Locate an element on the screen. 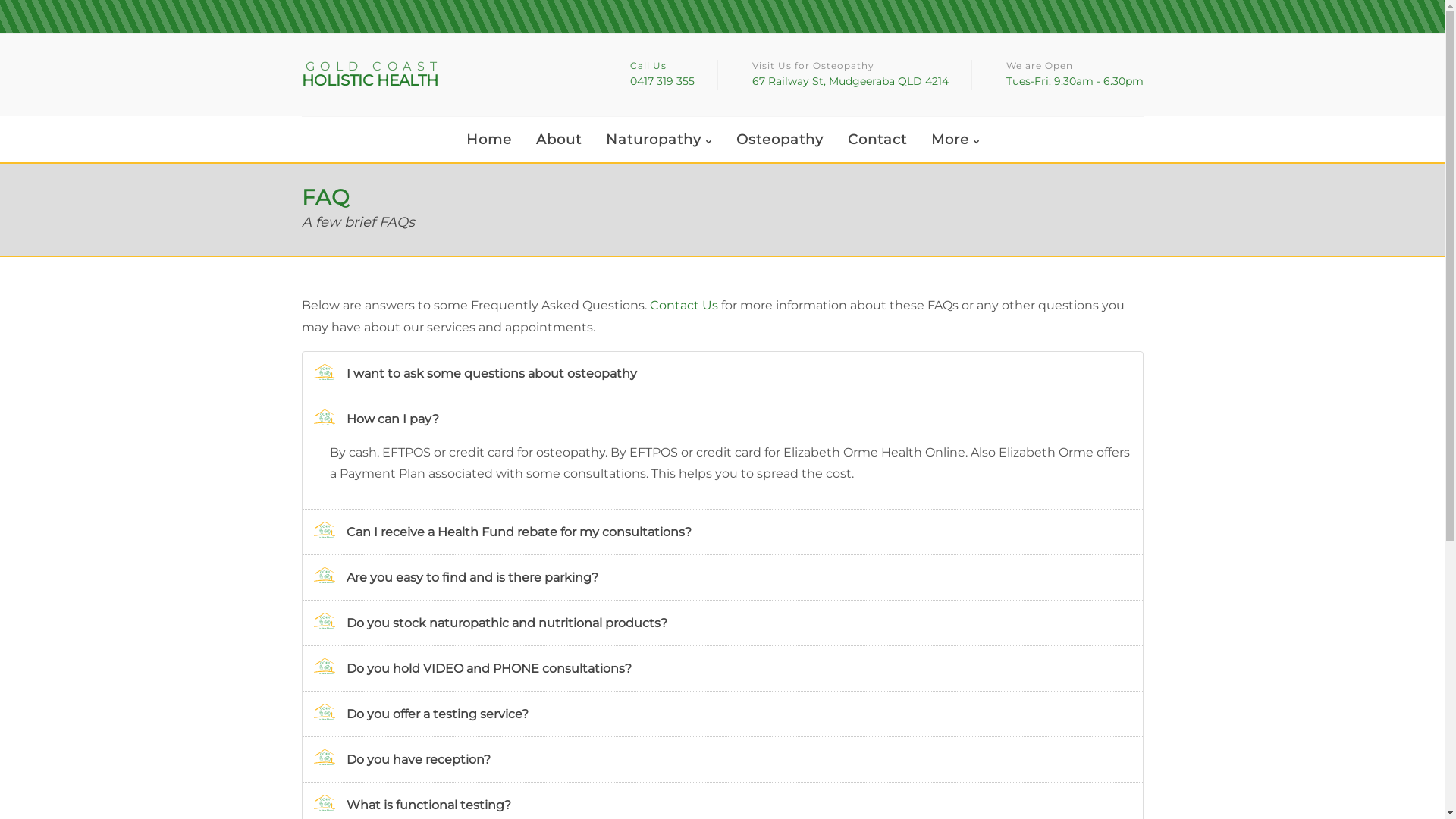  'More' is located at coordinates (954, 140).